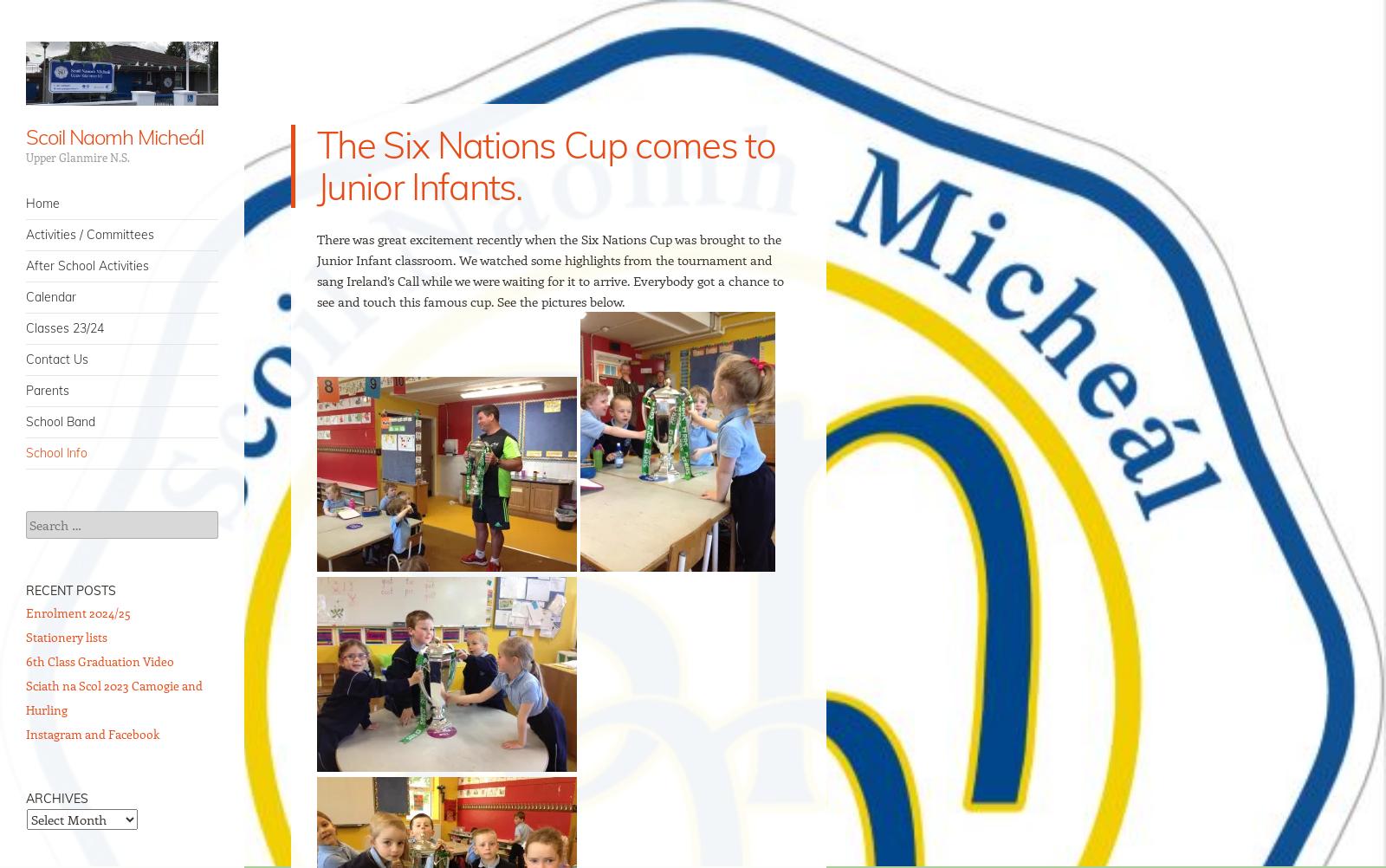  Describe the element at coordinates (24, 590) in the screenshot. I see `'Recent Posts'` at that location.